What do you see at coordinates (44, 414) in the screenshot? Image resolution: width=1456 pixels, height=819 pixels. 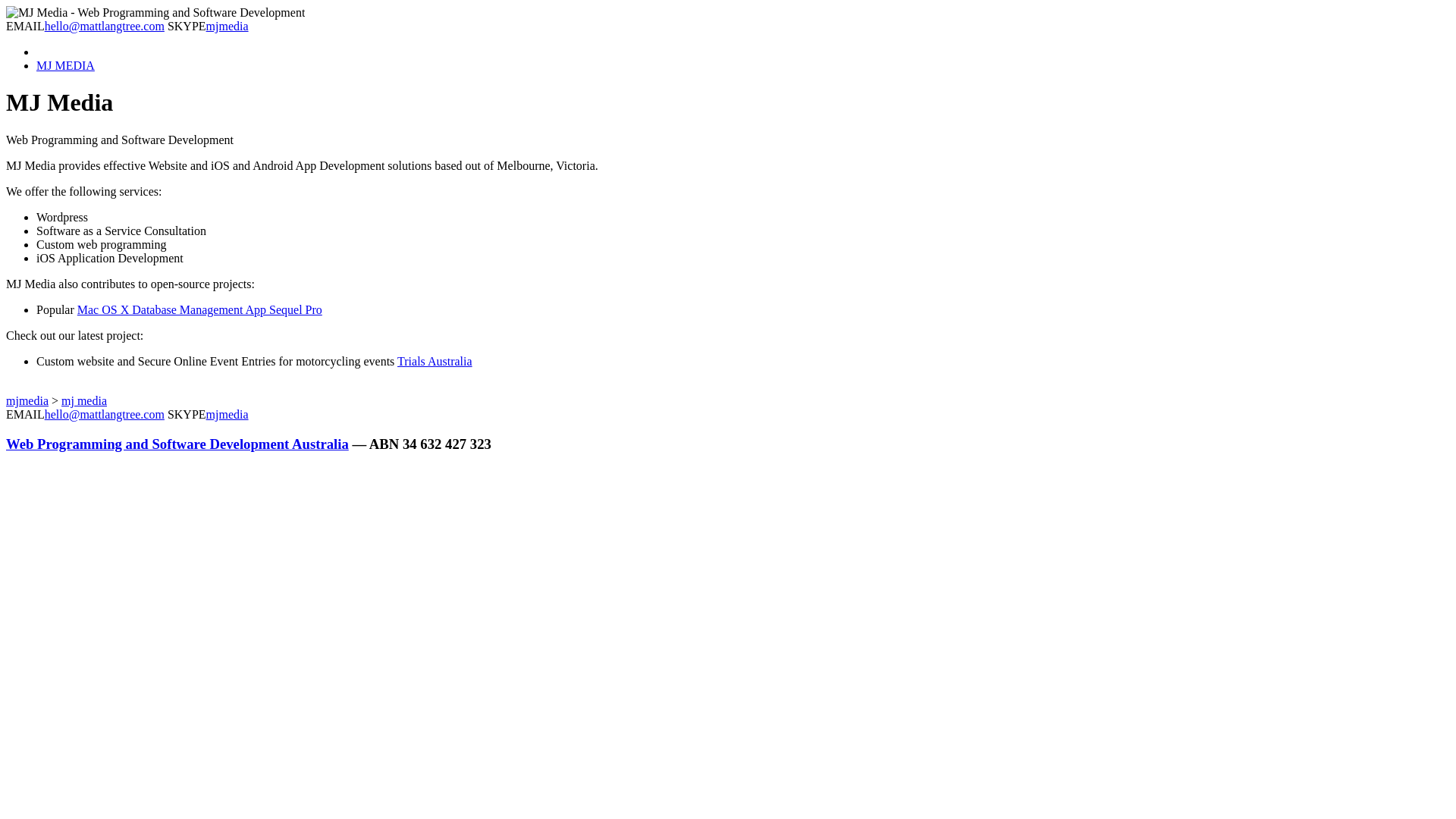 I see `'hello@mattlangtree.com'` at bounding box center [44, 414].